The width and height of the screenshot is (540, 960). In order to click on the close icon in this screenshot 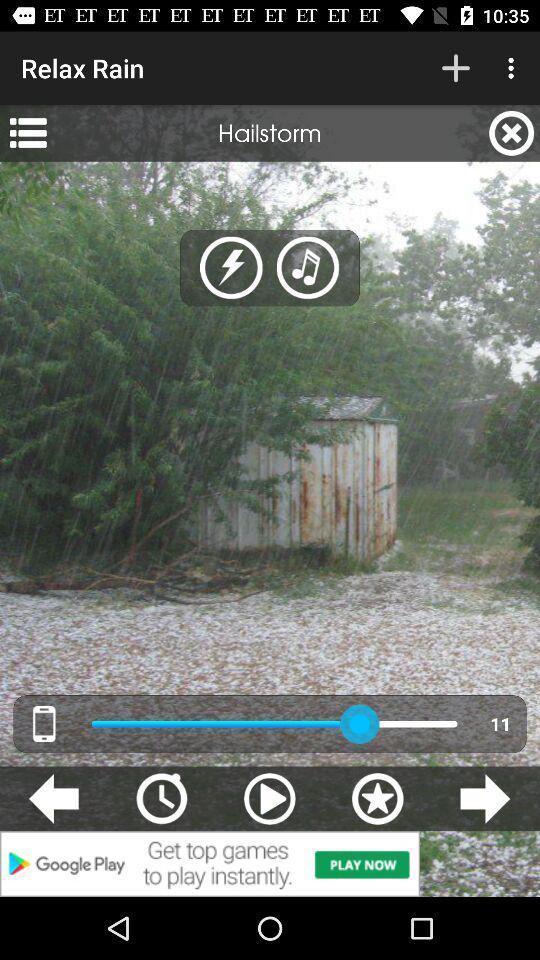, I will do `click(511, 132)`.